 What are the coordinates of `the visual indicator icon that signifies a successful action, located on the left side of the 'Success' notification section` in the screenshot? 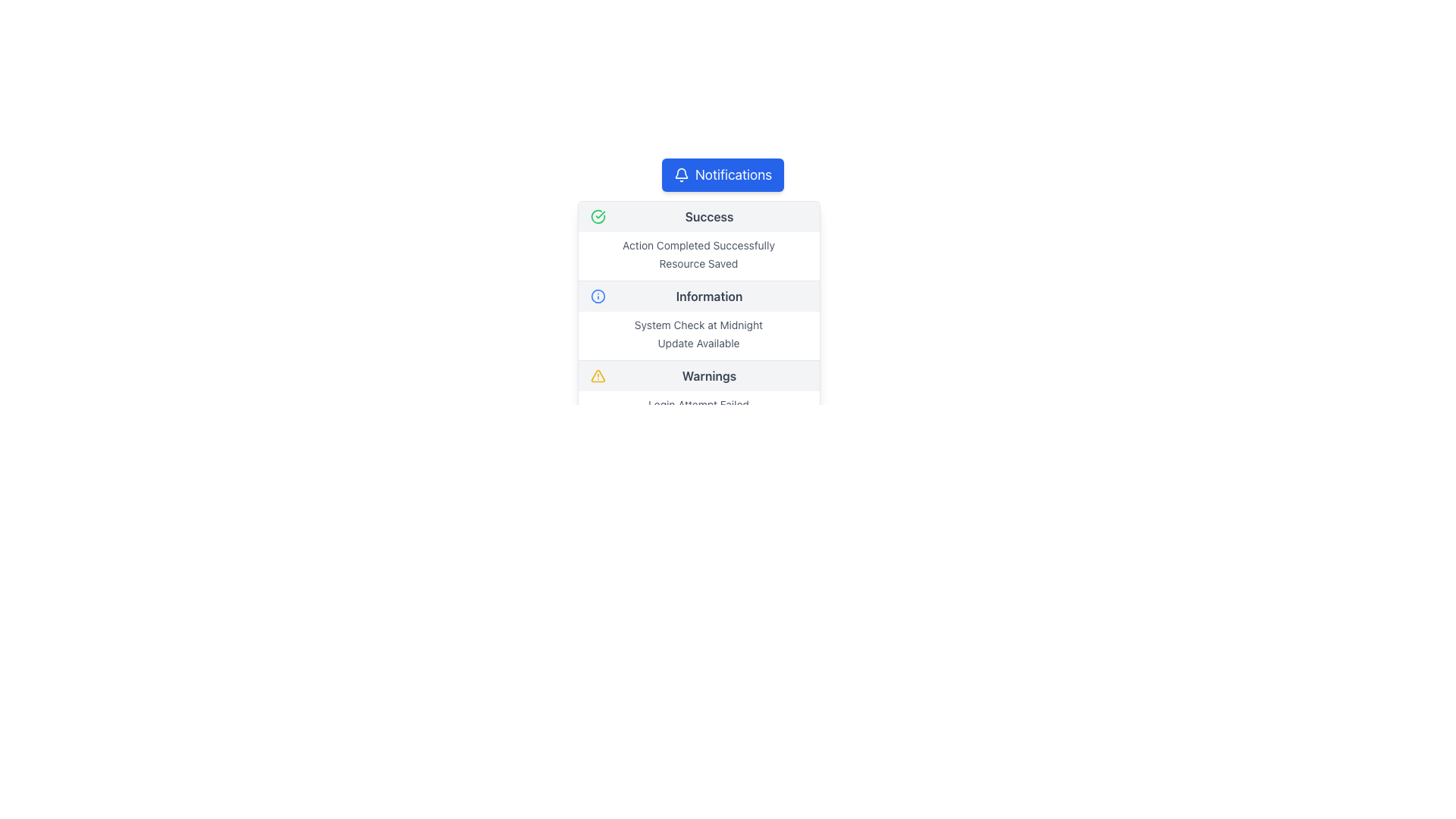 It's located at (597, 216).